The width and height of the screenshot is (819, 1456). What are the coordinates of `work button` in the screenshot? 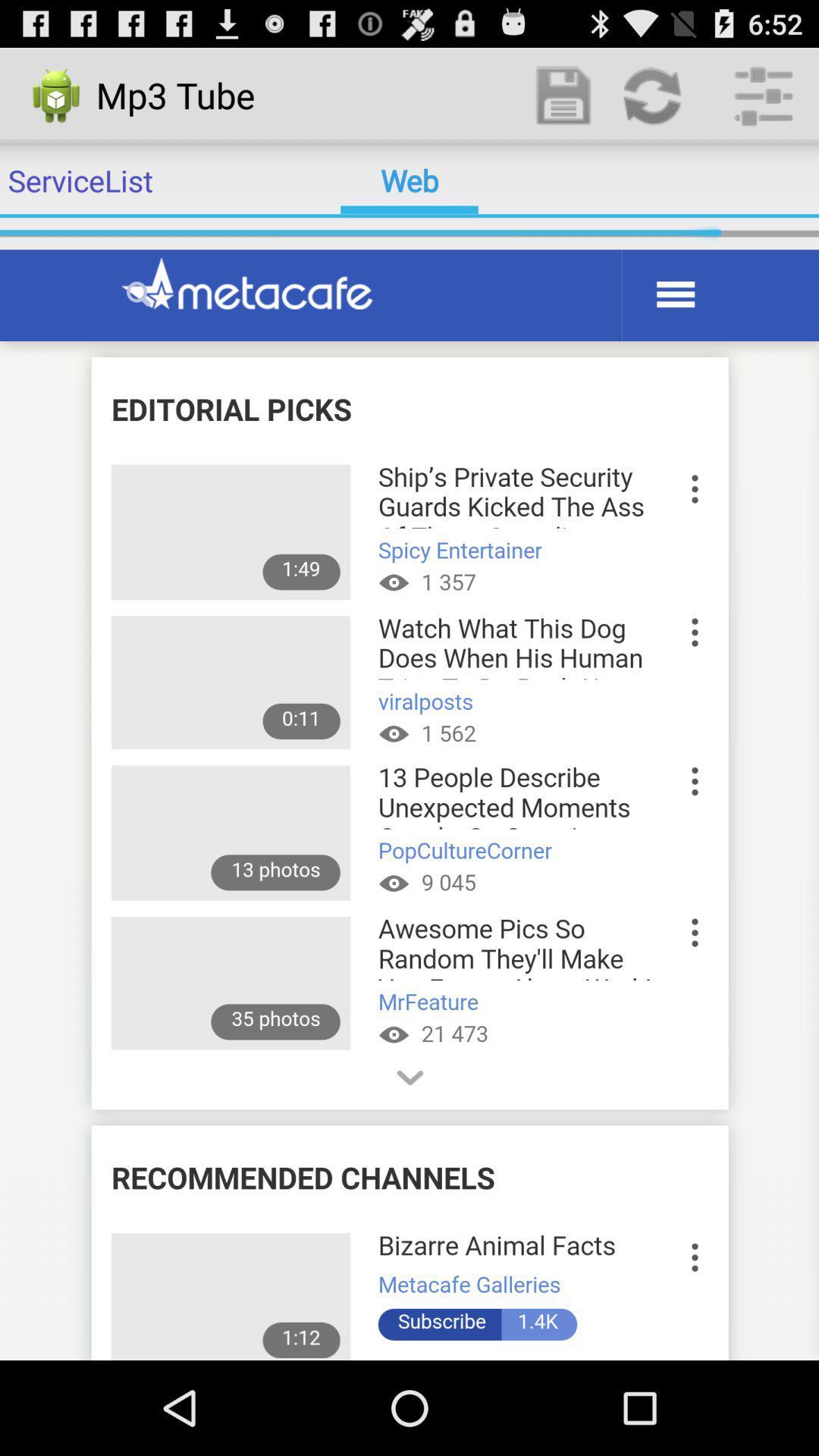 It's located at (564, 94).